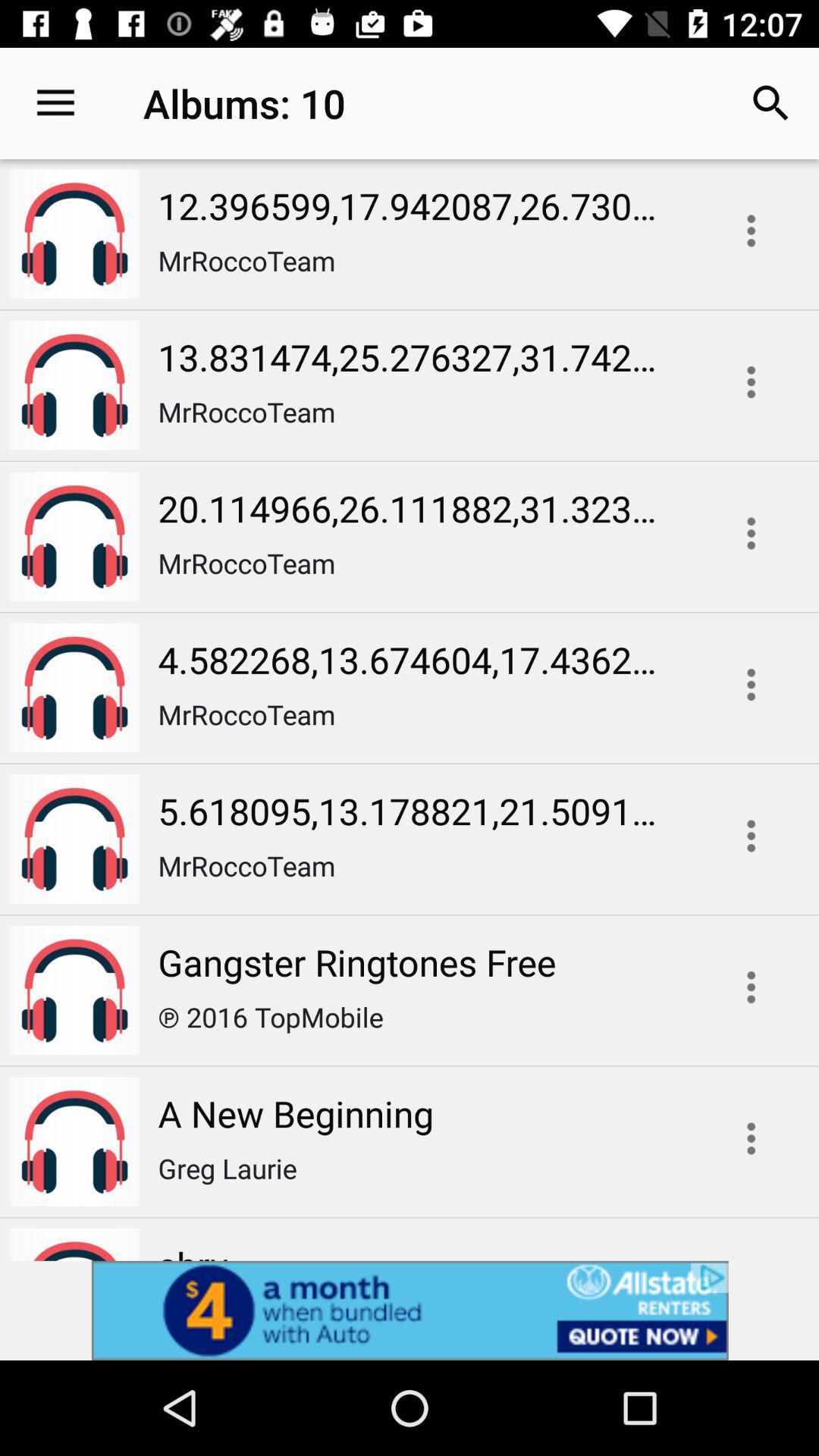 Image resolution: width=819 pixels, height=1456 pixels. What do you see at coordinates (751, 533) in the screenshot?
I see `menu` at bounding box center [751, 533].